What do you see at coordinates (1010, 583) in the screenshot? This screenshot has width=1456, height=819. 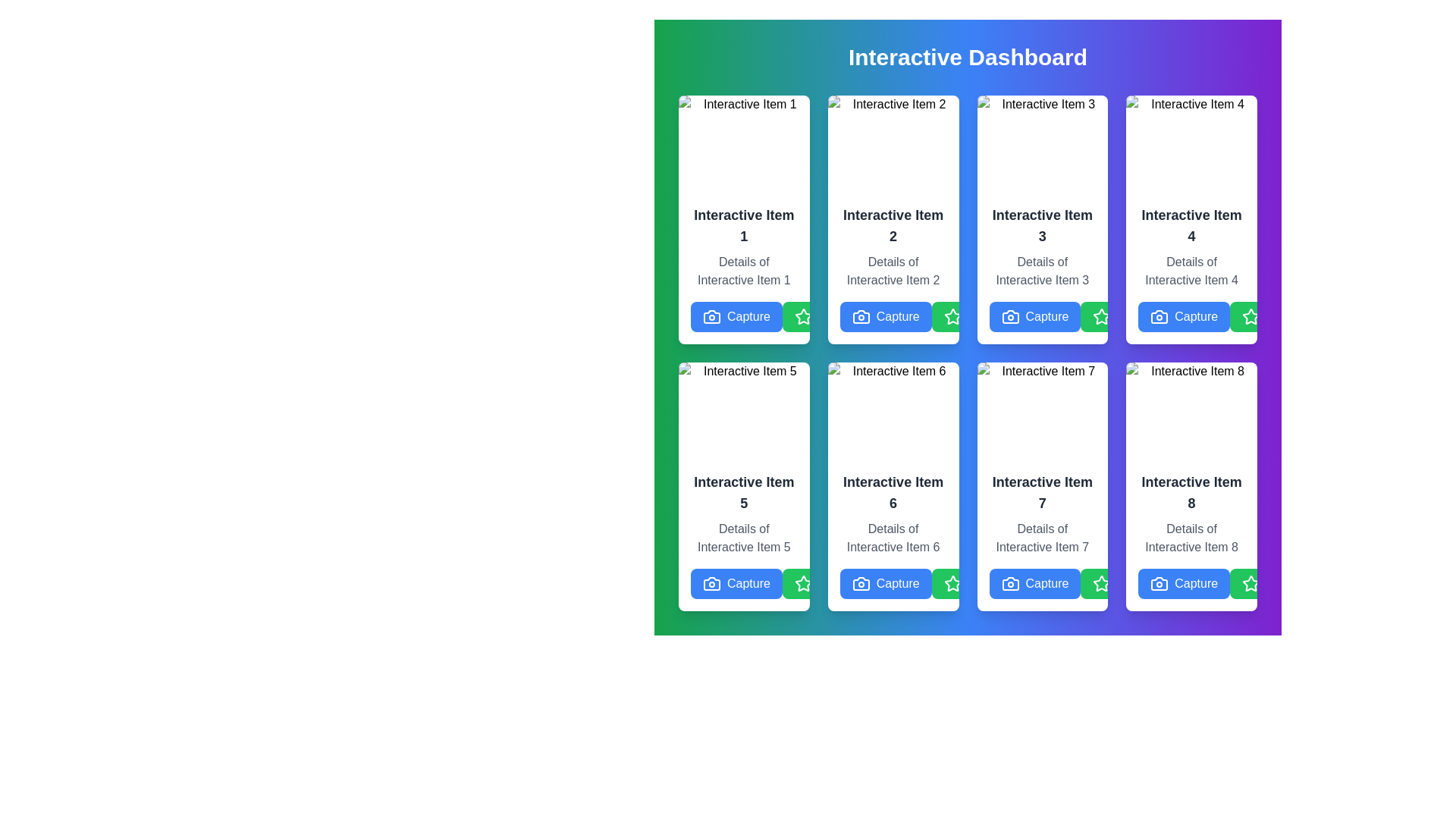 I see `the camera icon within the 'Capture' button located under the 'Interactive Item 7' card to initiate the capture function` at bounding box center [1010, 583].